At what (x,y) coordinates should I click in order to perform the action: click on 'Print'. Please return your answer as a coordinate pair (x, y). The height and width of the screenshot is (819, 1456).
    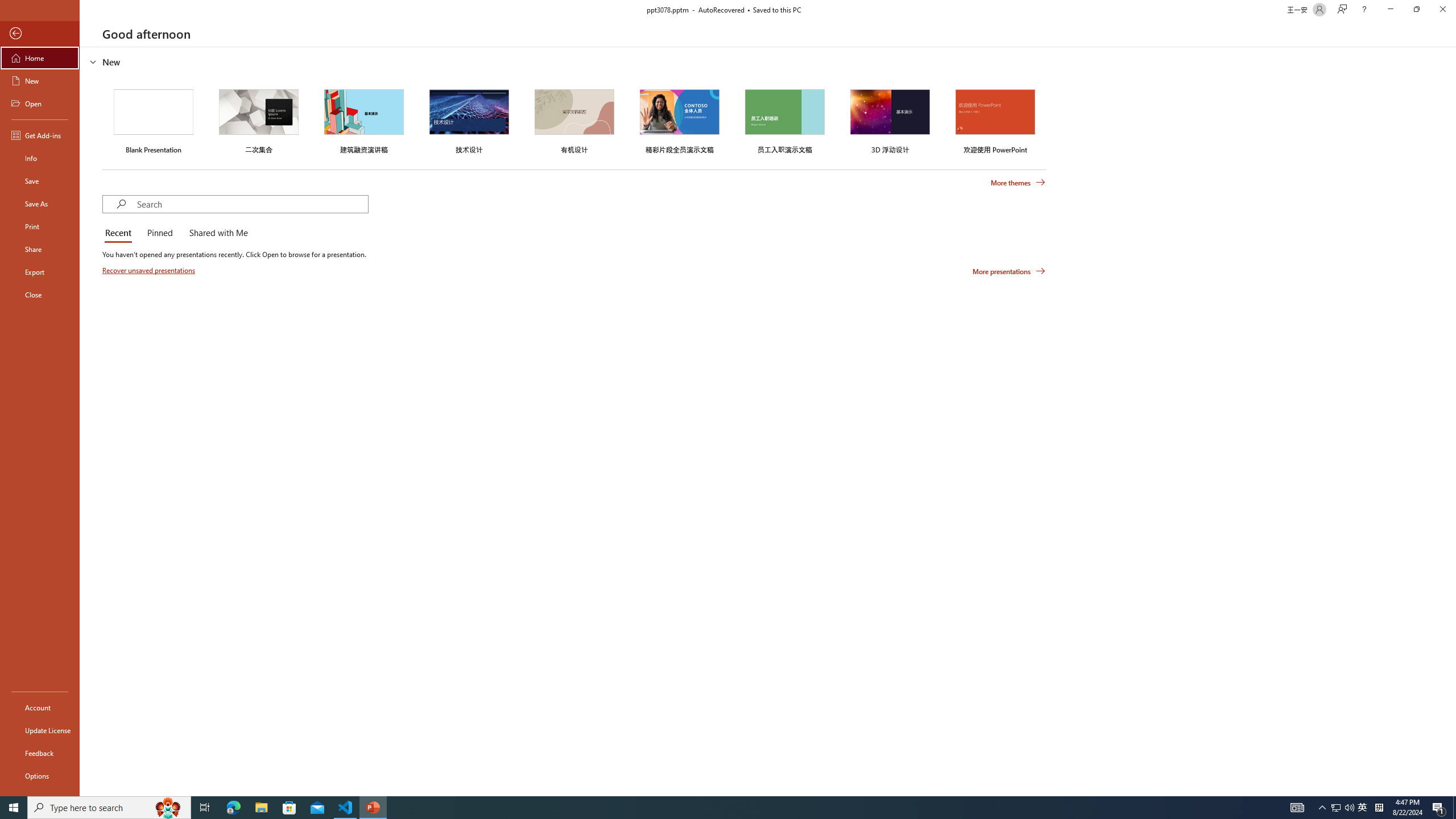
    Looking at the image, I should click on (39, 226).